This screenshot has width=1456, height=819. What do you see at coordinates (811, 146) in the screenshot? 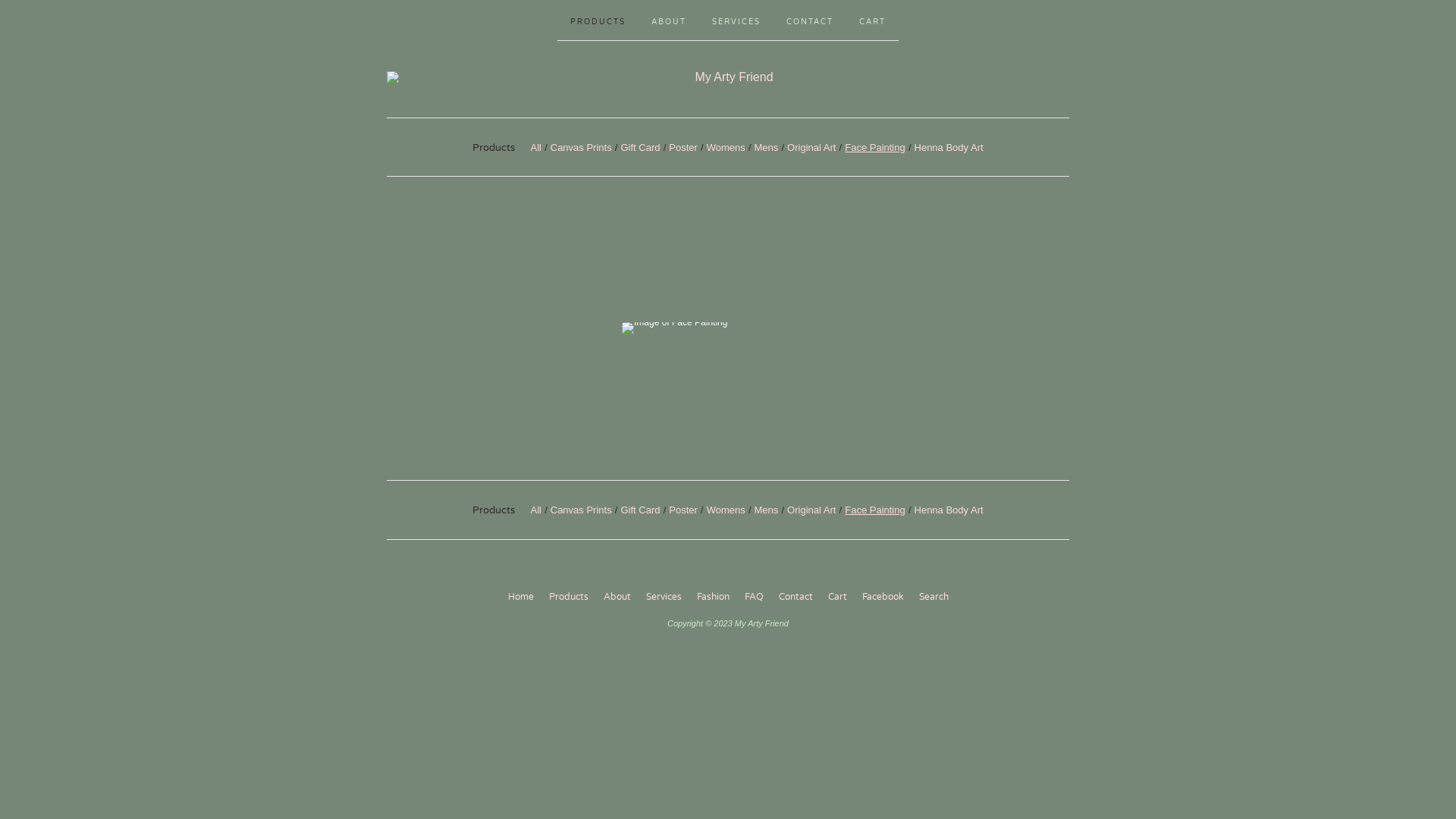
I see `'Original Art'` at bounding box center [811, 146].